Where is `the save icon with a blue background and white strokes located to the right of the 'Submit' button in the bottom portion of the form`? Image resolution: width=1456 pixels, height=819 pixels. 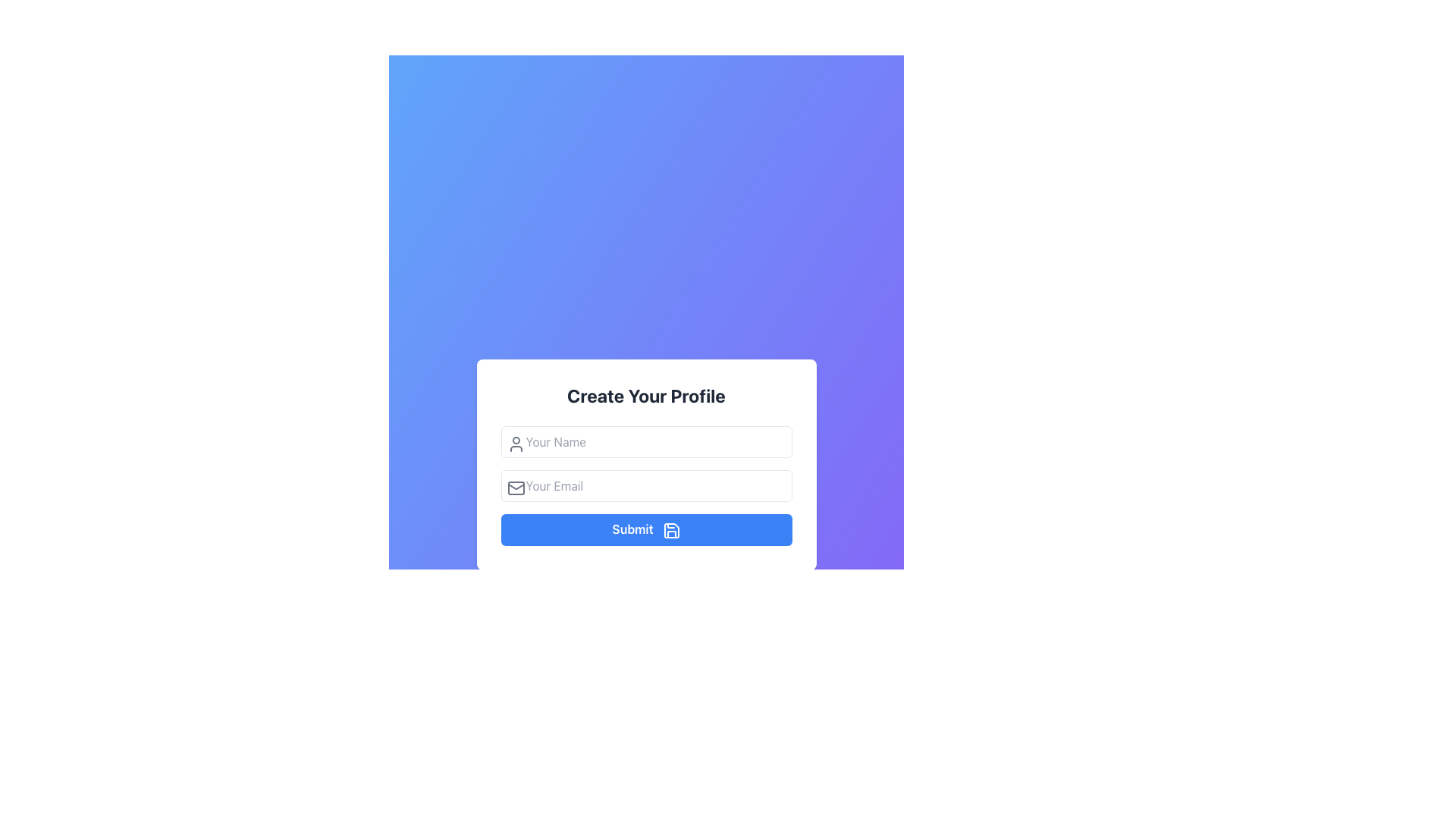 the save icon with a blue background and white strokes located to the right of the 'Submit' button in the bottom portion of the form is located at coordinates (670, 529).